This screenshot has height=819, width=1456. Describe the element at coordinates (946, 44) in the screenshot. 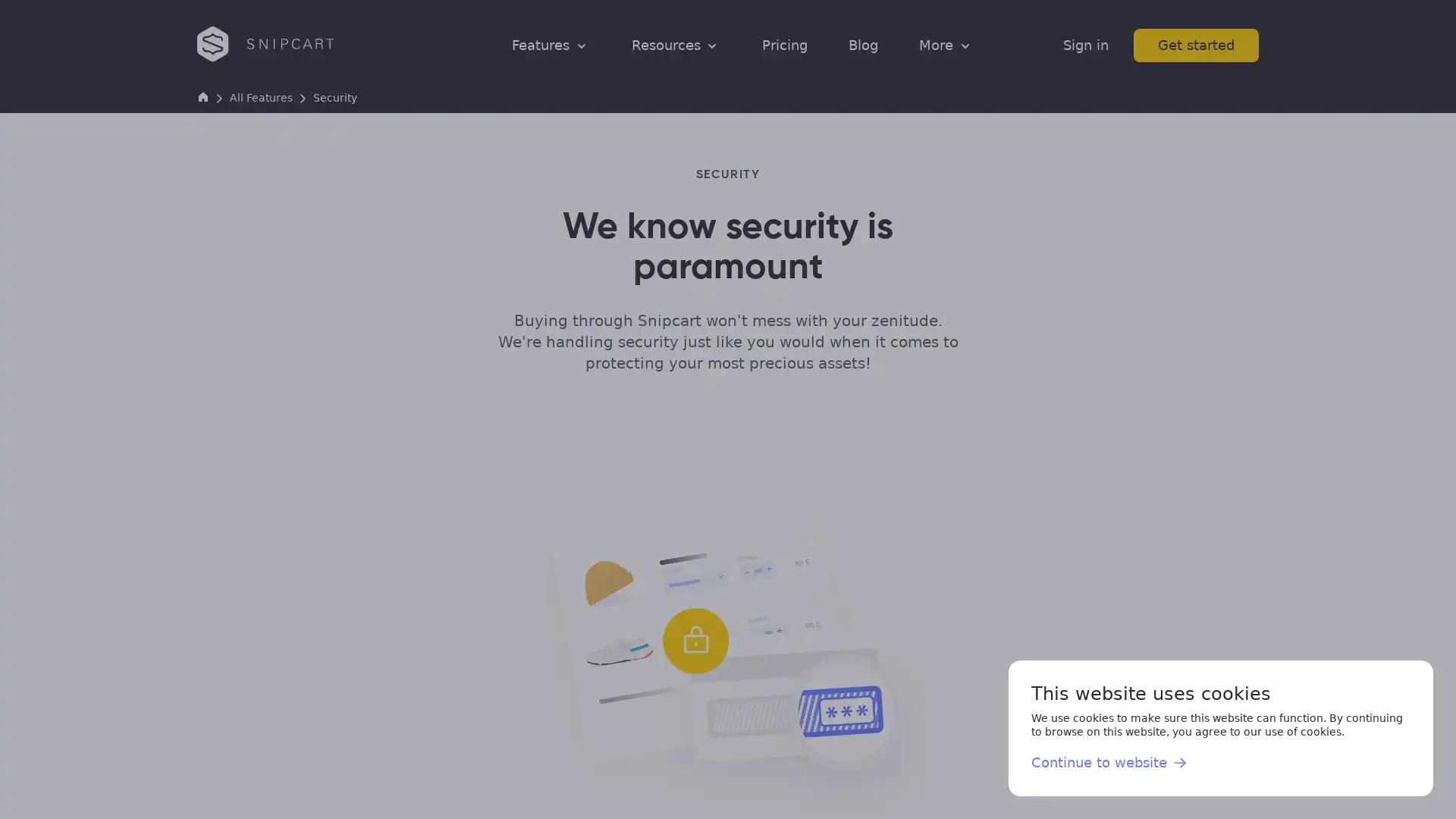

I see `More` at that location.